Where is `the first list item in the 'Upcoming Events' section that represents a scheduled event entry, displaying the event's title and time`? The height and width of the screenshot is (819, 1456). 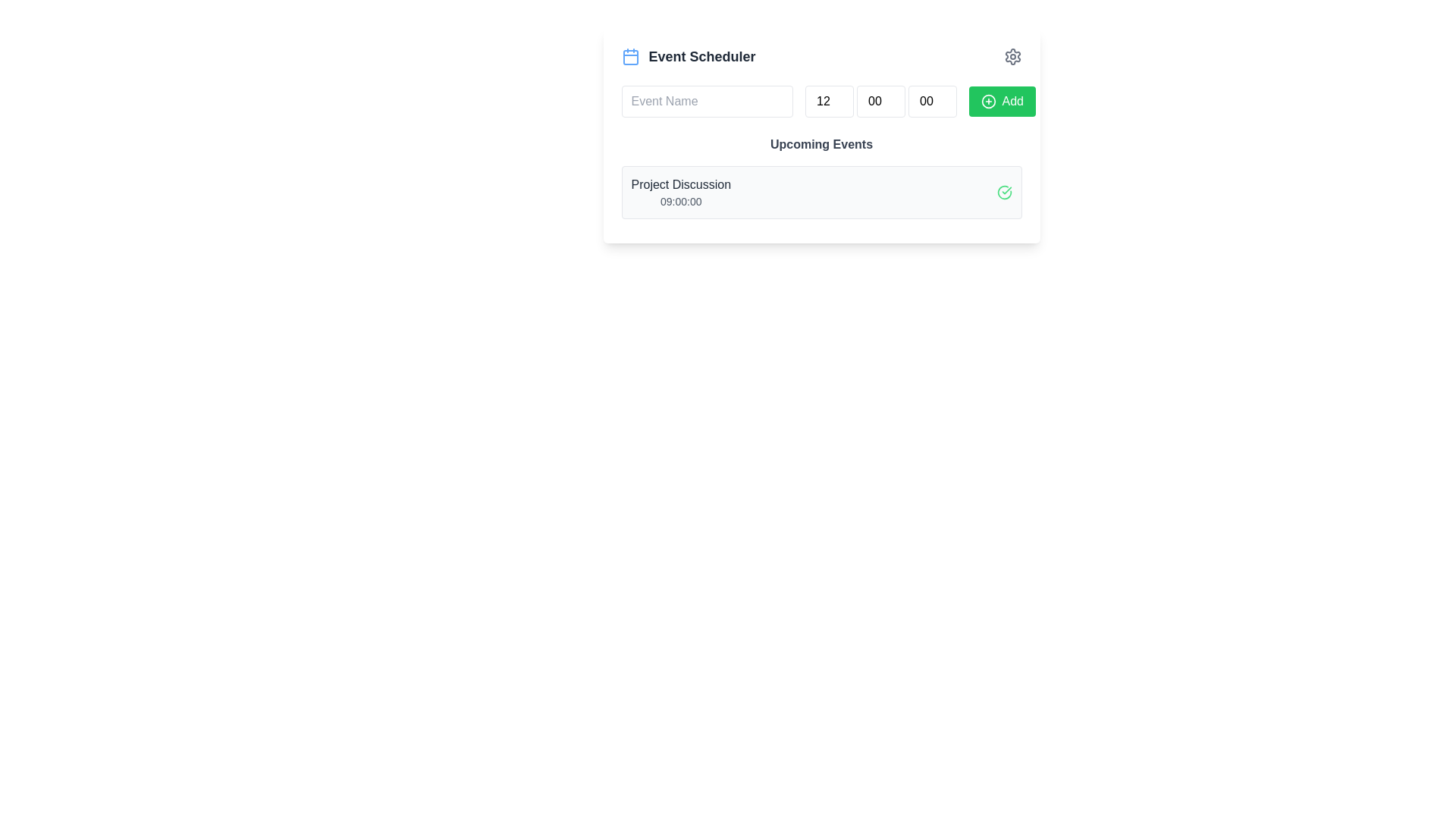
the first list item in the 'Upcoming Events' section that represents a scheduled event entry, displaying the event's title and time is located at coordinates (821, 192).